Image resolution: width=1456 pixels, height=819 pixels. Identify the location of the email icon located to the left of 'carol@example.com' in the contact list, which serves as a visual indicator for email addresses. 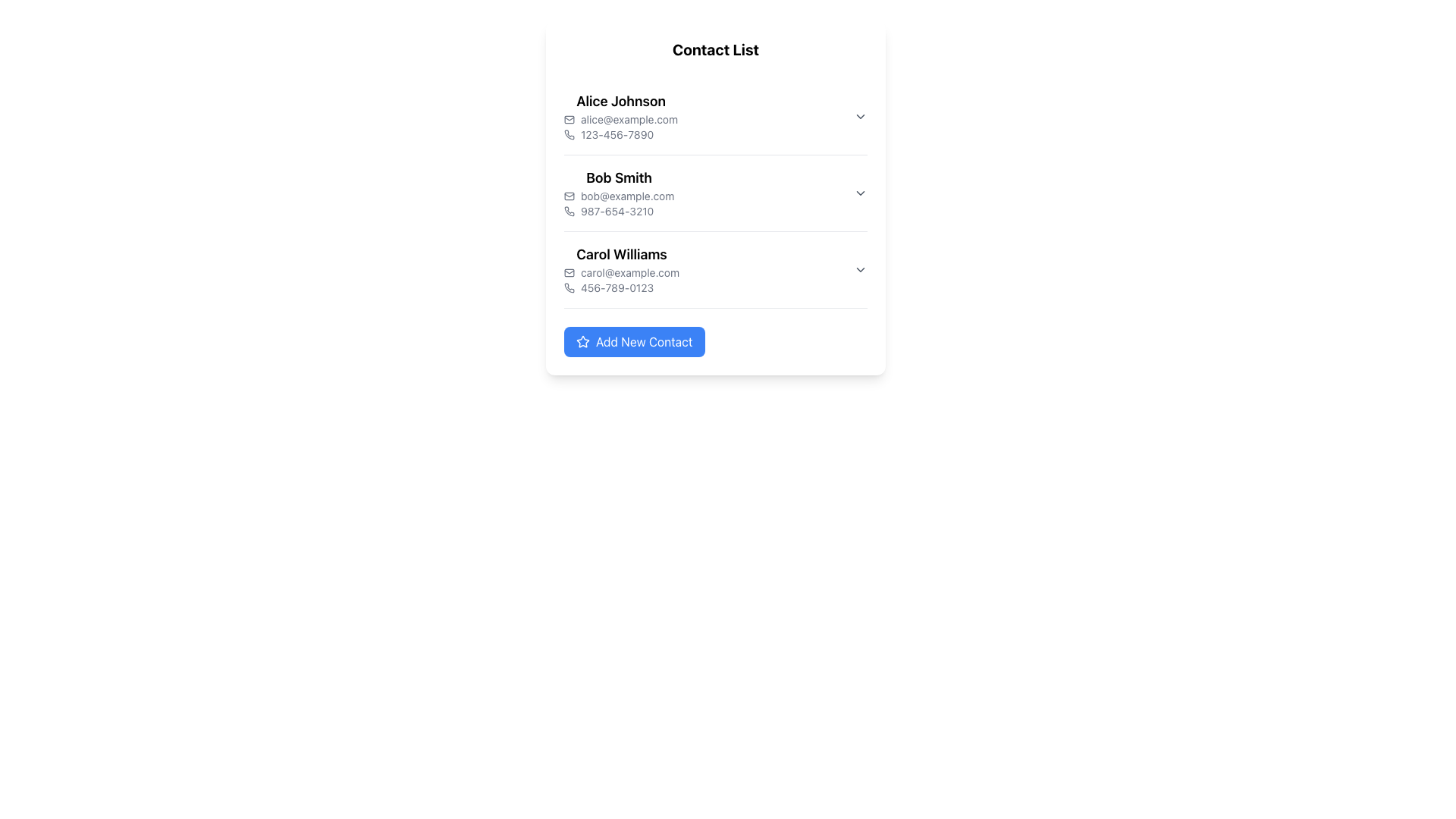
(568, 271).